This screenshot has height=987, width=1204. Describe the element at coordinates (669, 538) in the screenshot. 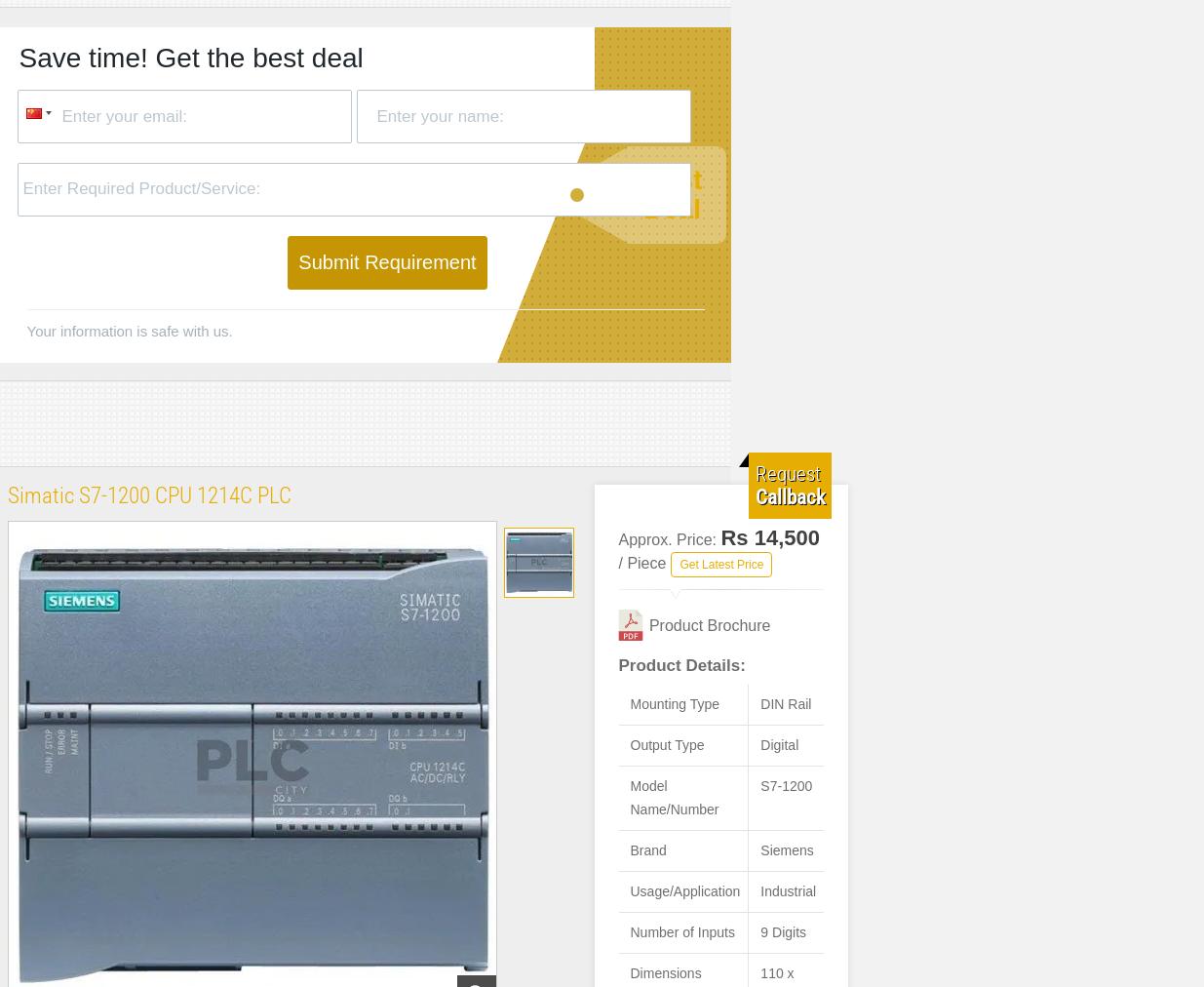

I see `'Approx. Price:'` at that location.